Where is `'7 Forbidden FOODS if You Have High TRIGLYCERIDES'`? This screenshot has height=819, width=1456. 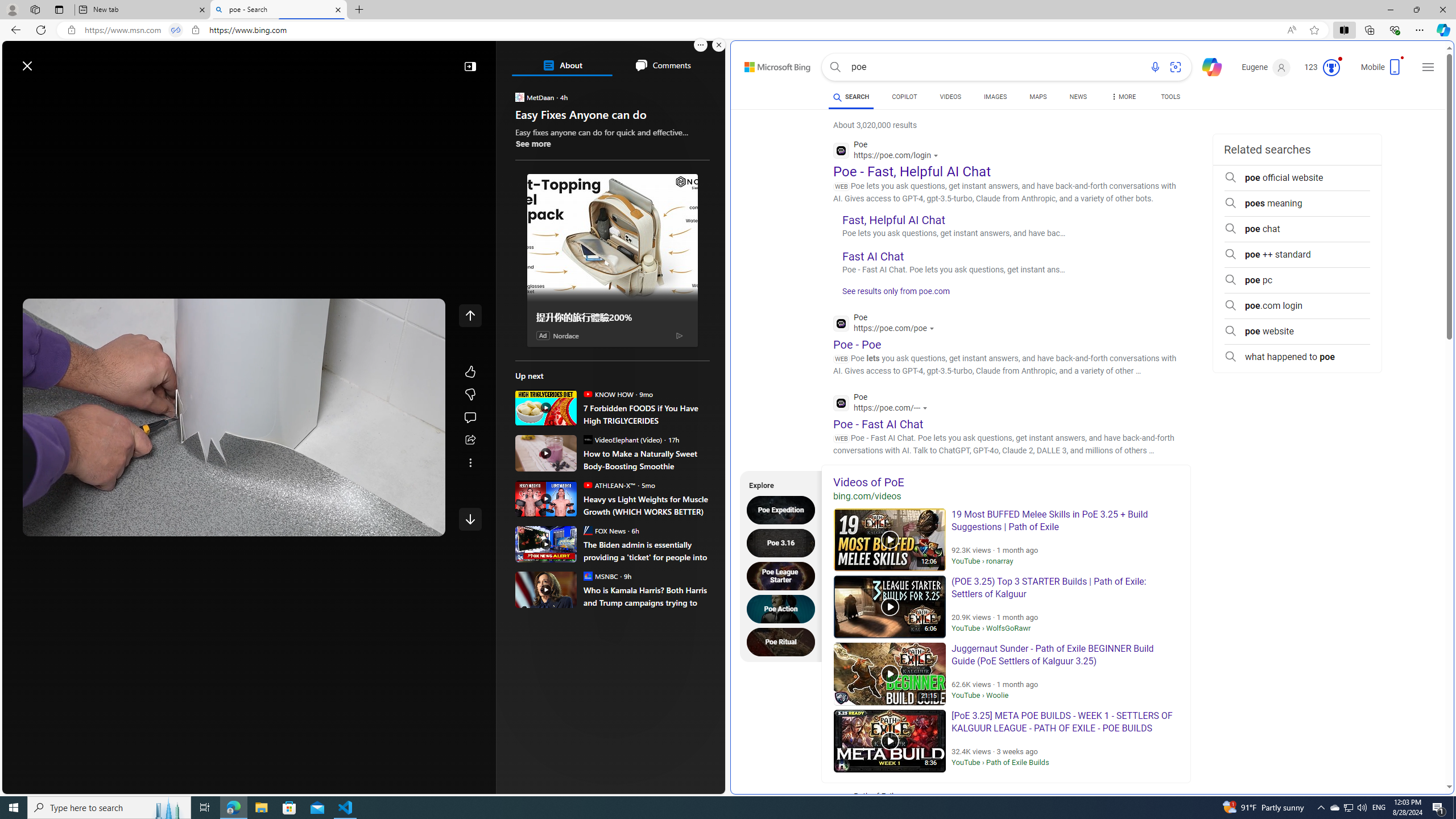 '7 Forbidden FOODS if You Have High TRIGLYCERIDES' is located at coordinates (646, 413).